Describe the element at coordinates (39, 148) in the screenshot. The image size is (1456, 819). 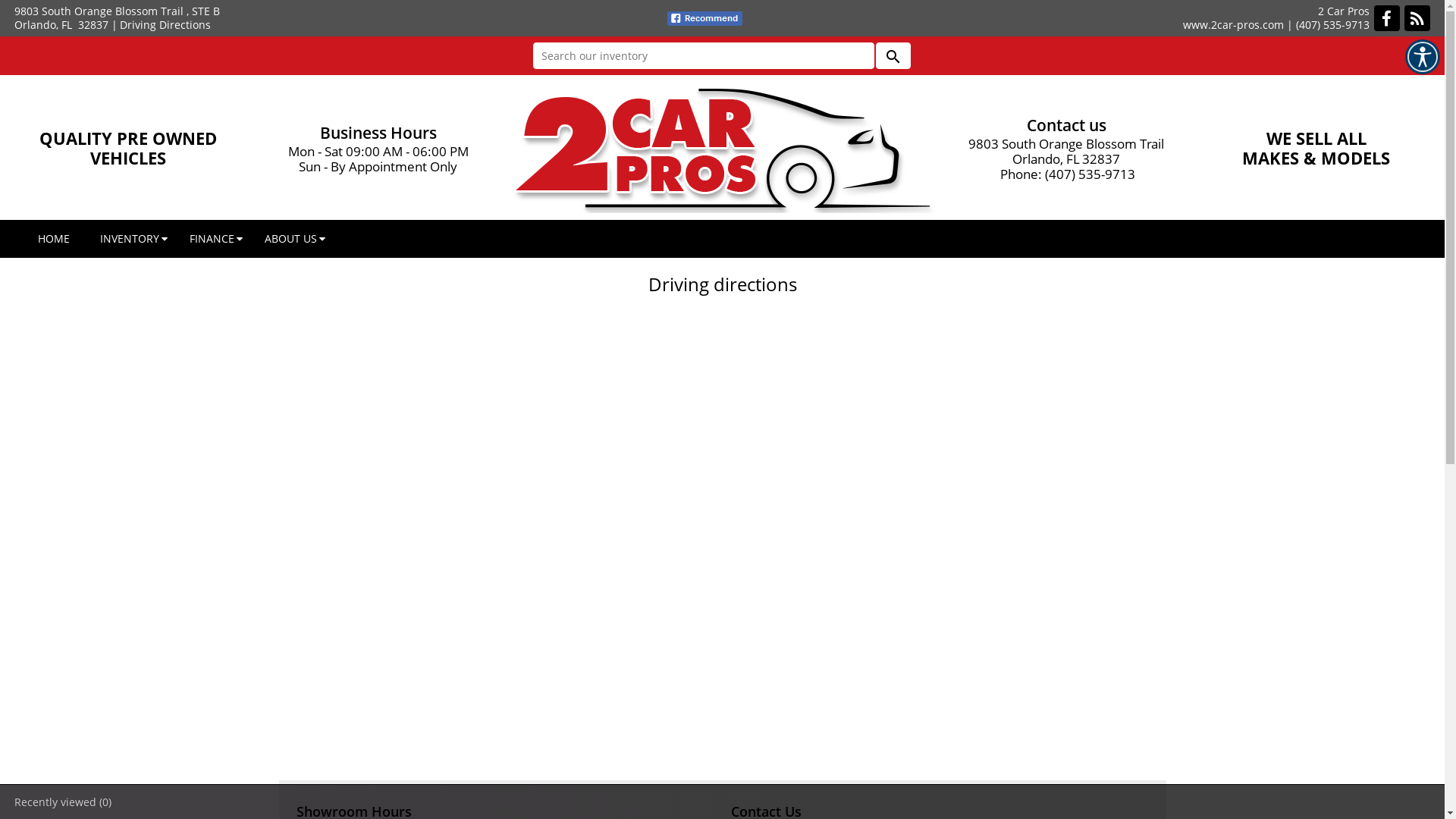
I see `'QUALITY PRE OWNED` at that location.